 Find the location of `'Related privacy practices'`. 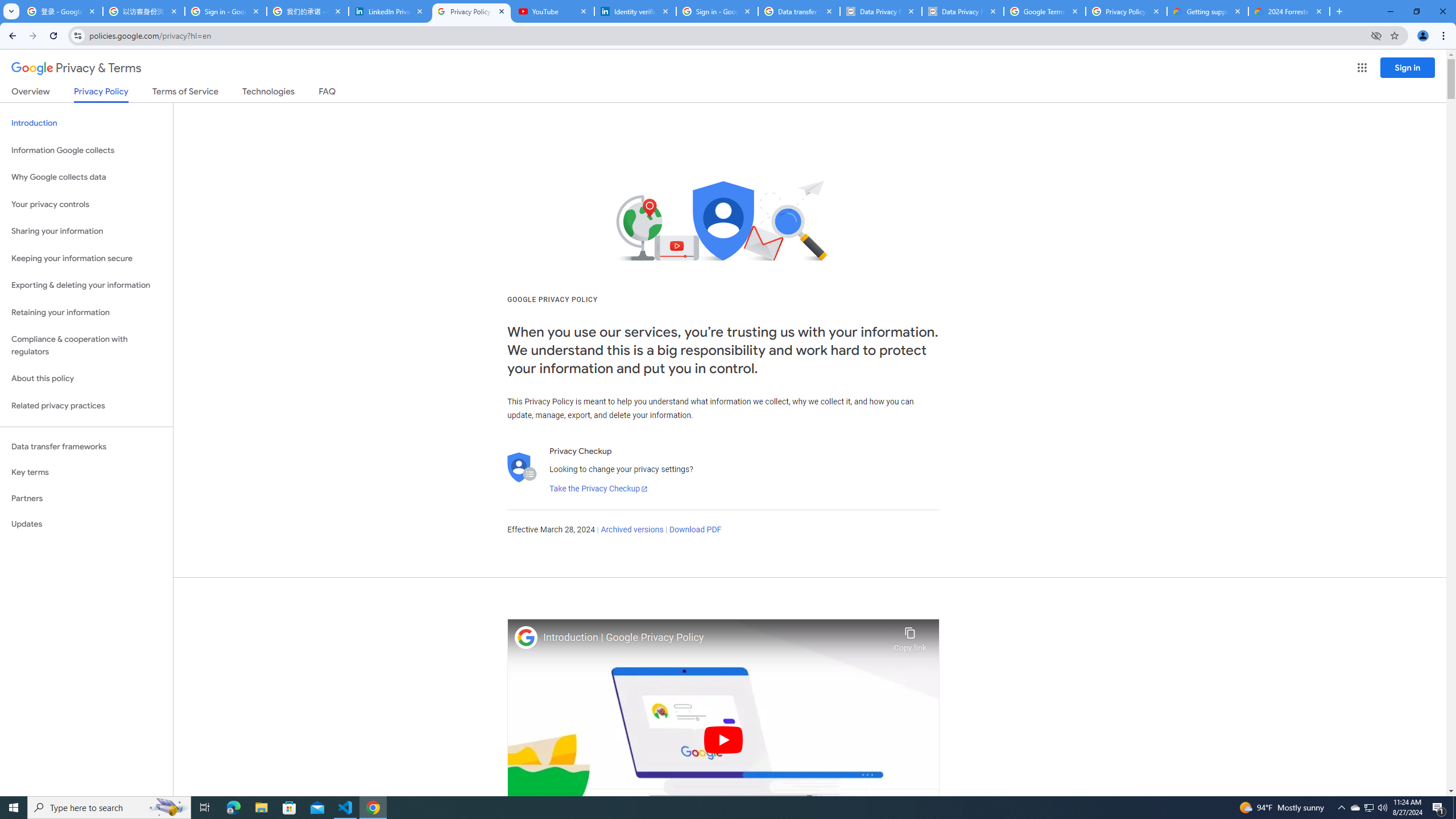

'Related privacy practices' is located at coordinates (86, 405).